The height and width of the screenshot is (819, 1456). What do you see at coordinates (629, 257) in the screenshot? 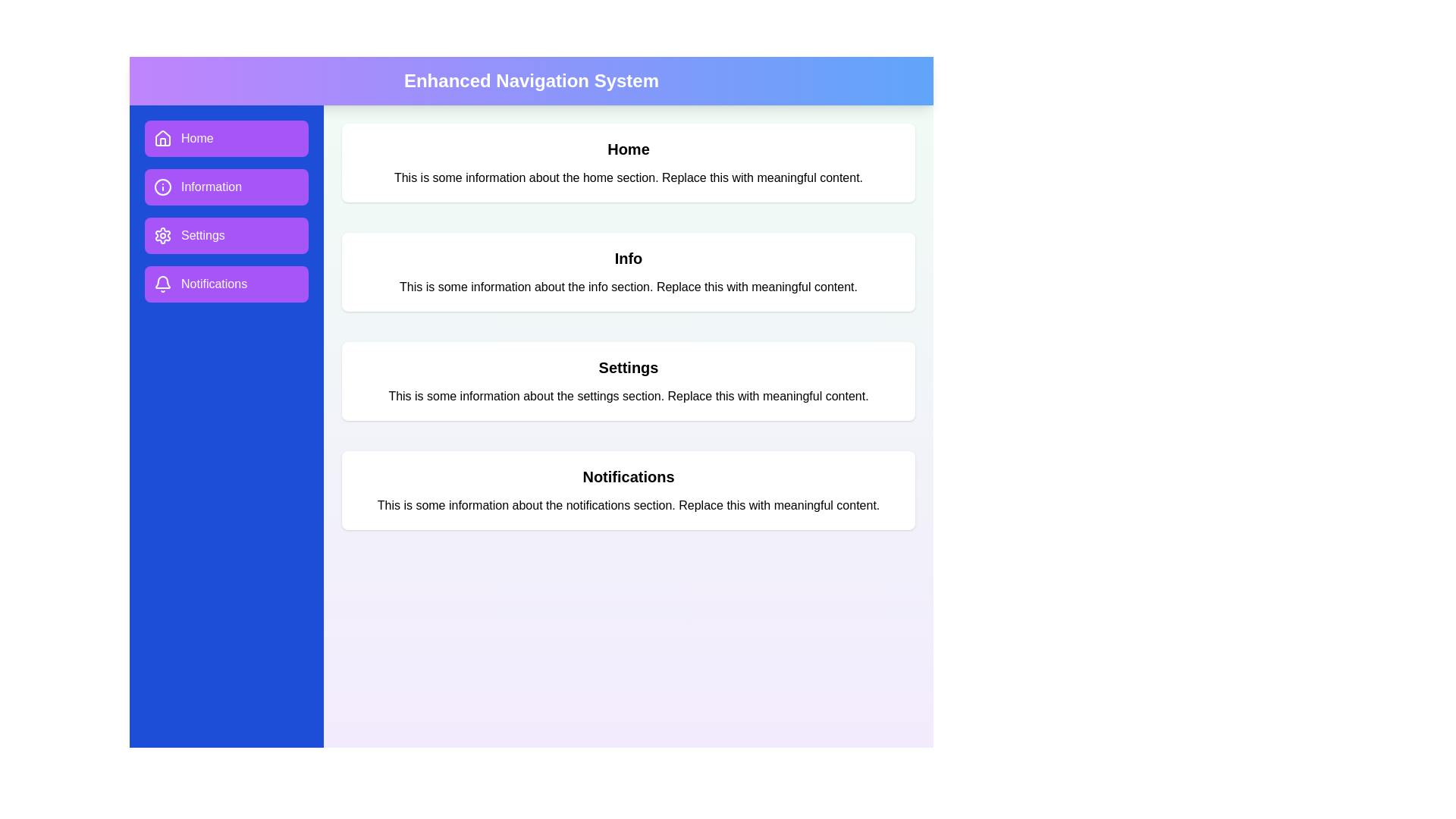
I see `the 'Info' text label, which is styled in bold, large font and located above descriptive text in the 'Info' section` at bounding box center [629, 257].